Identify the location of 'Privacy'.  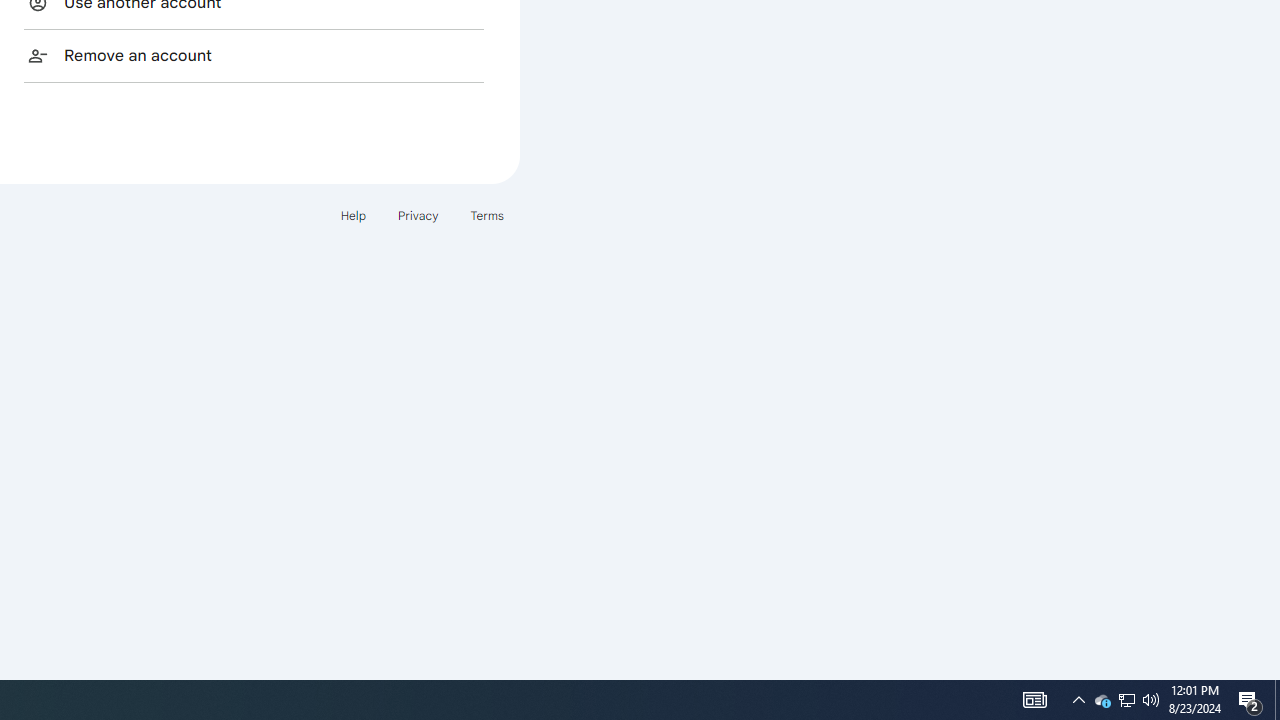
(416, 215).